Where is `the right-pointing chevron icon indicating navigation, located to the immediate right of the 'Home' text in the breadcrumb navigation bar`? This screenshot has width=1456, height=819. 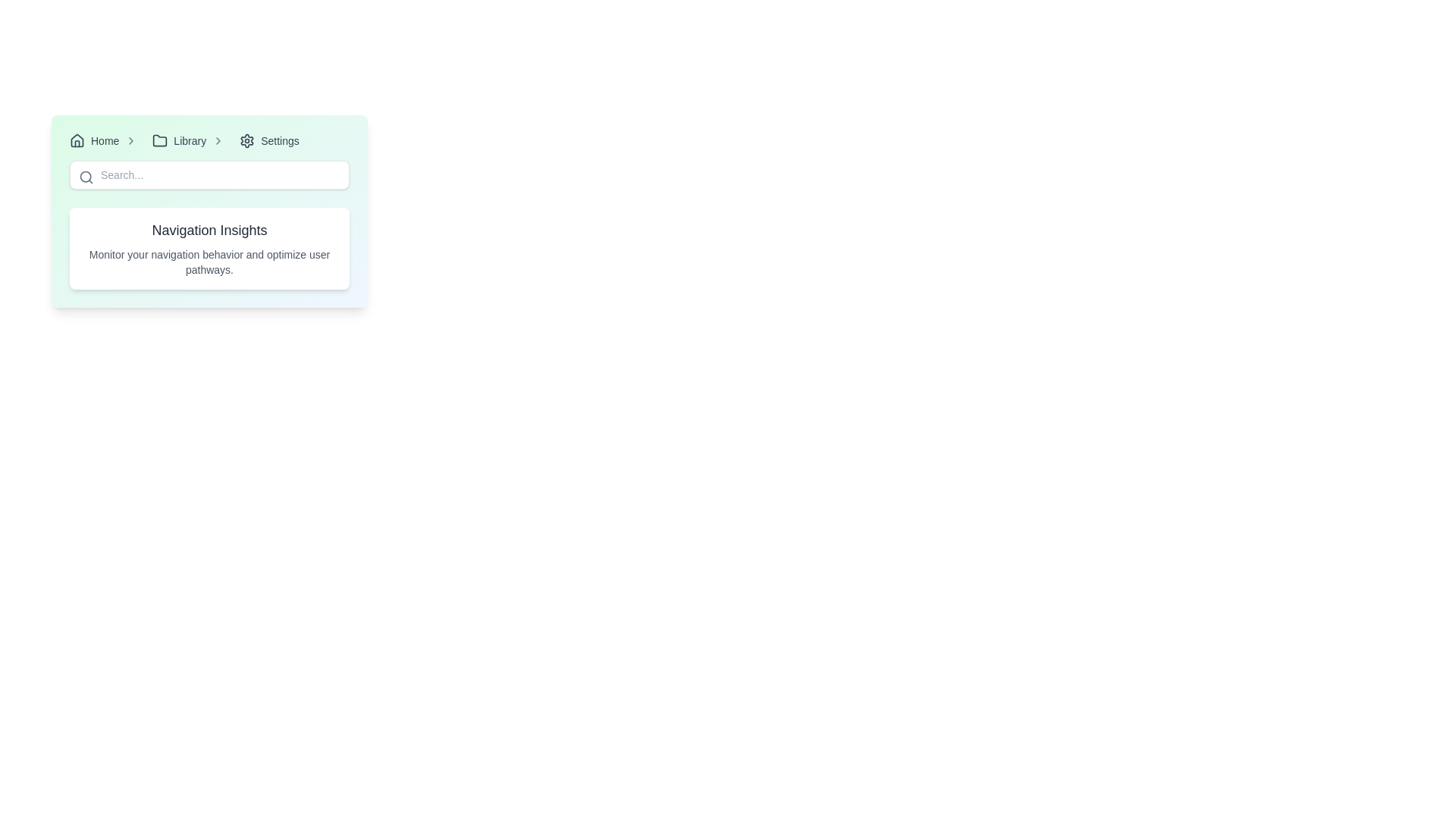 the right-pointing chevron icon indicating navigation, located to the immediate right of the 'Home' text in the breadcrumb navigation bar is located at coordinates (131, 140).